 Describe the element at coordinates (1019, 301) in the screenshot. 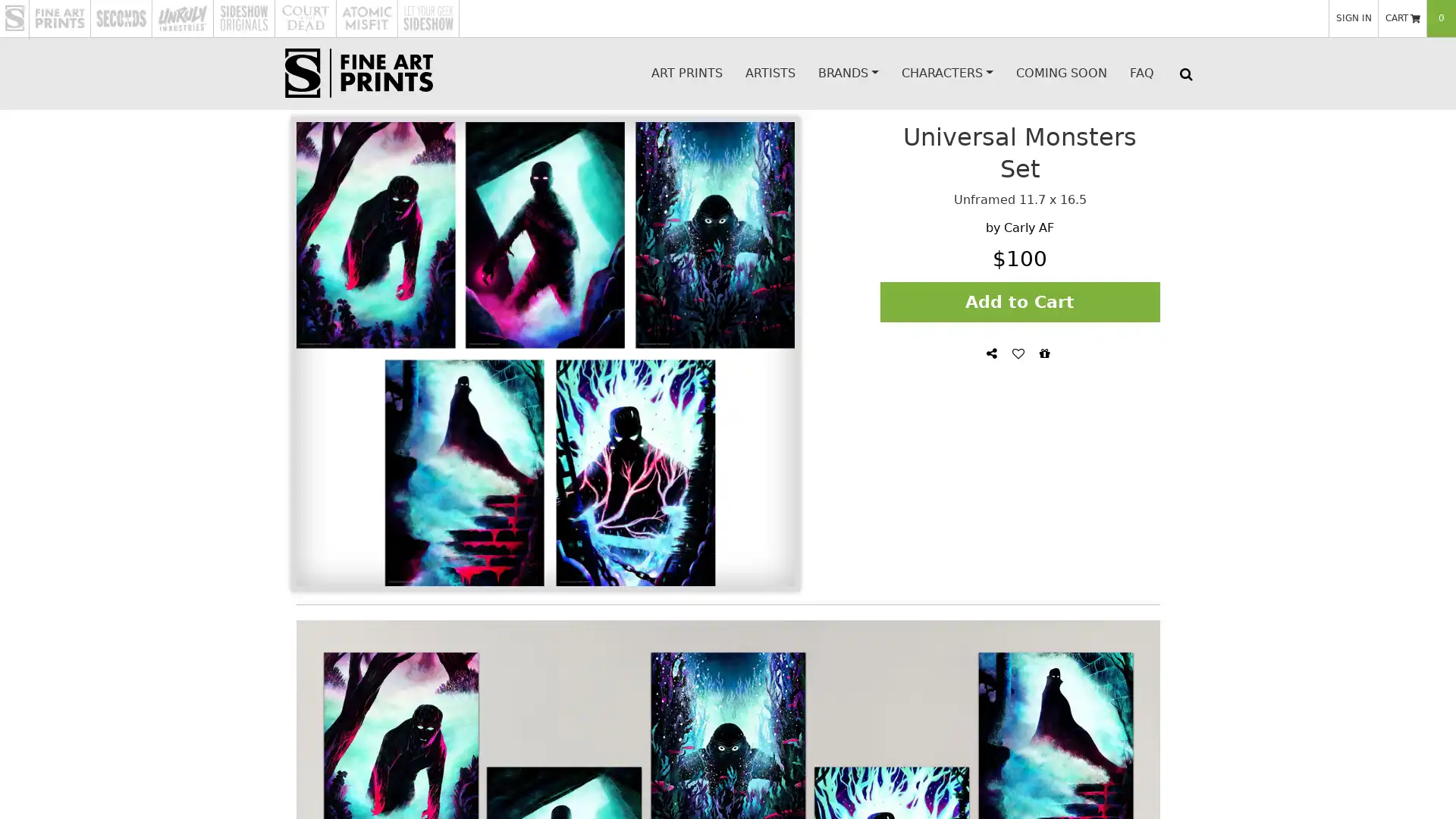

I see `Add to Cart` at that location.